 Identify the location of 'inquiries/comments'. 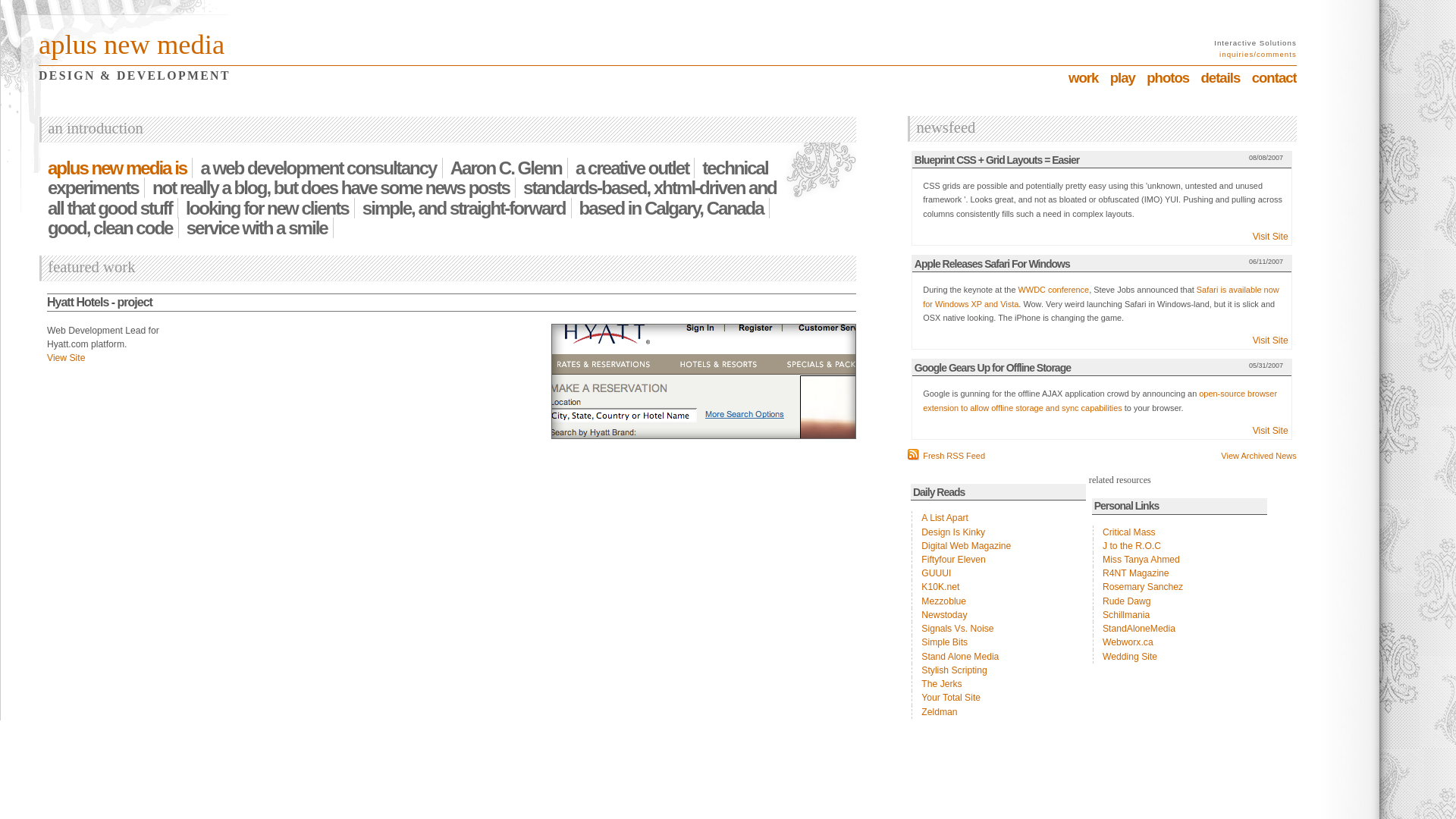
(1258, 53).